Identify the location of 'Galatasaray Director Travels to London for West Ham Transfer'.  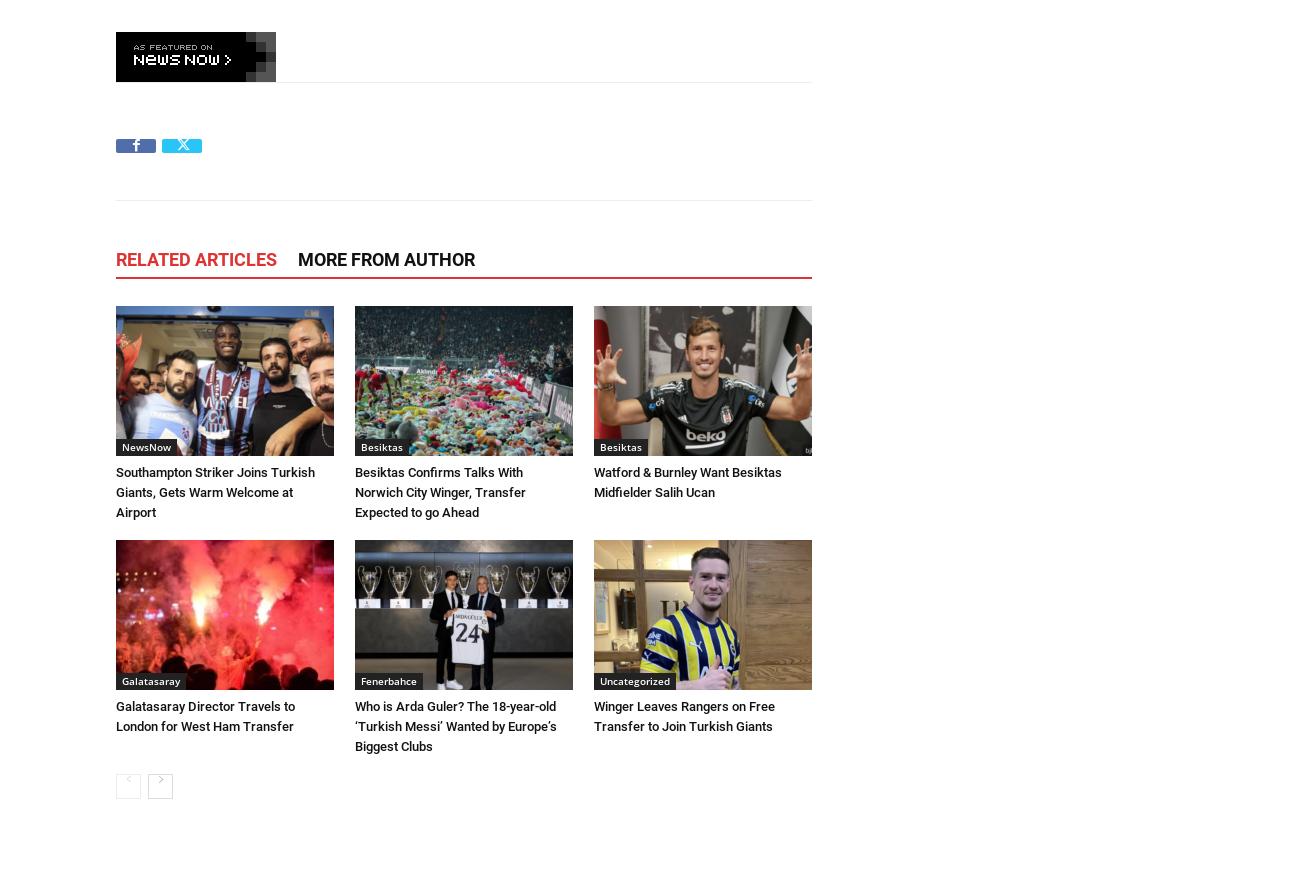
(205, 716).